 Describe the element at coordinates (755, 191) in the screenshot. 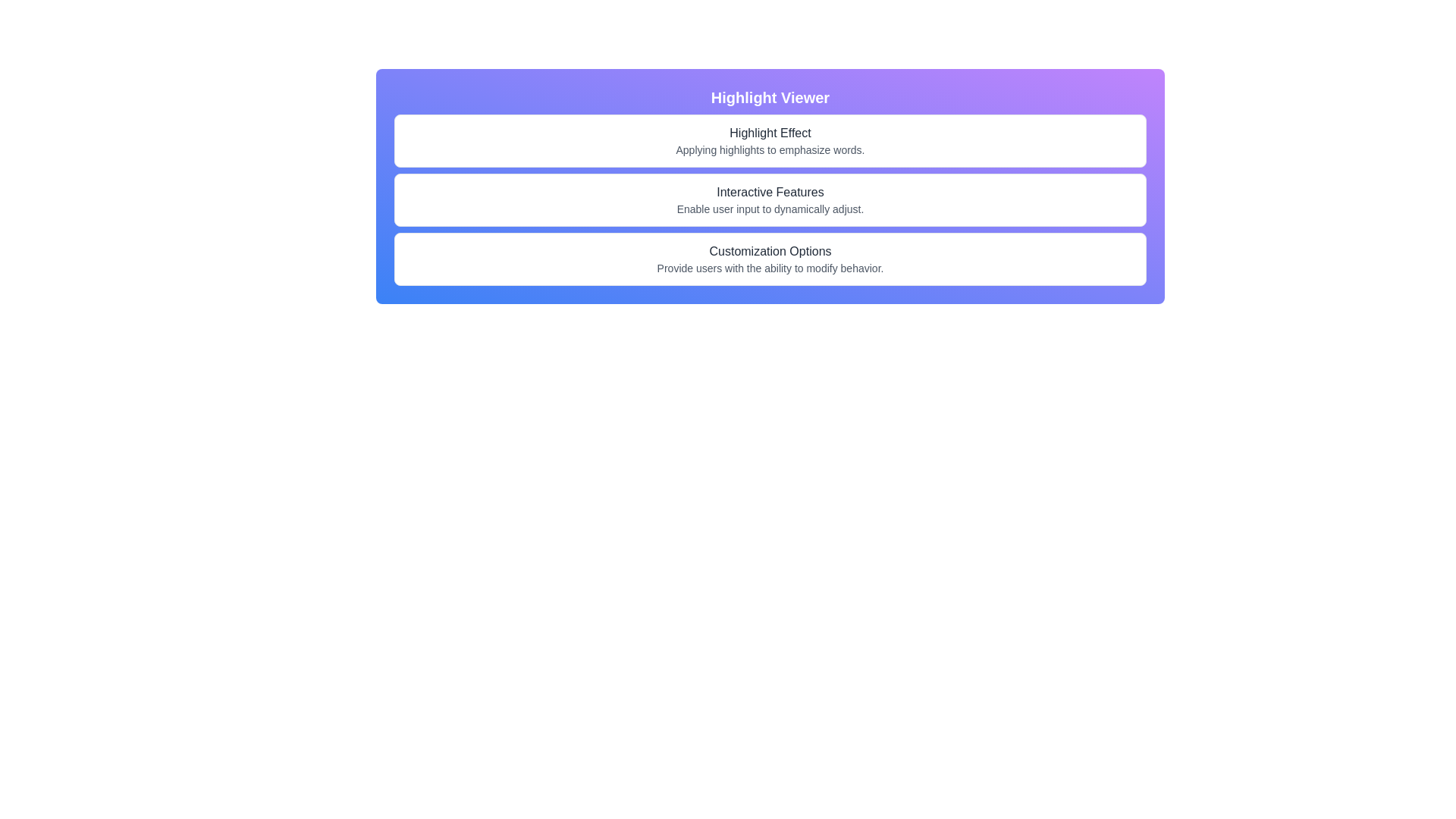

I see `the text character 't' in the phrase 'Interactive Features', which is the eighth character in the sequence and located centrally in the second row of text items` at that location.